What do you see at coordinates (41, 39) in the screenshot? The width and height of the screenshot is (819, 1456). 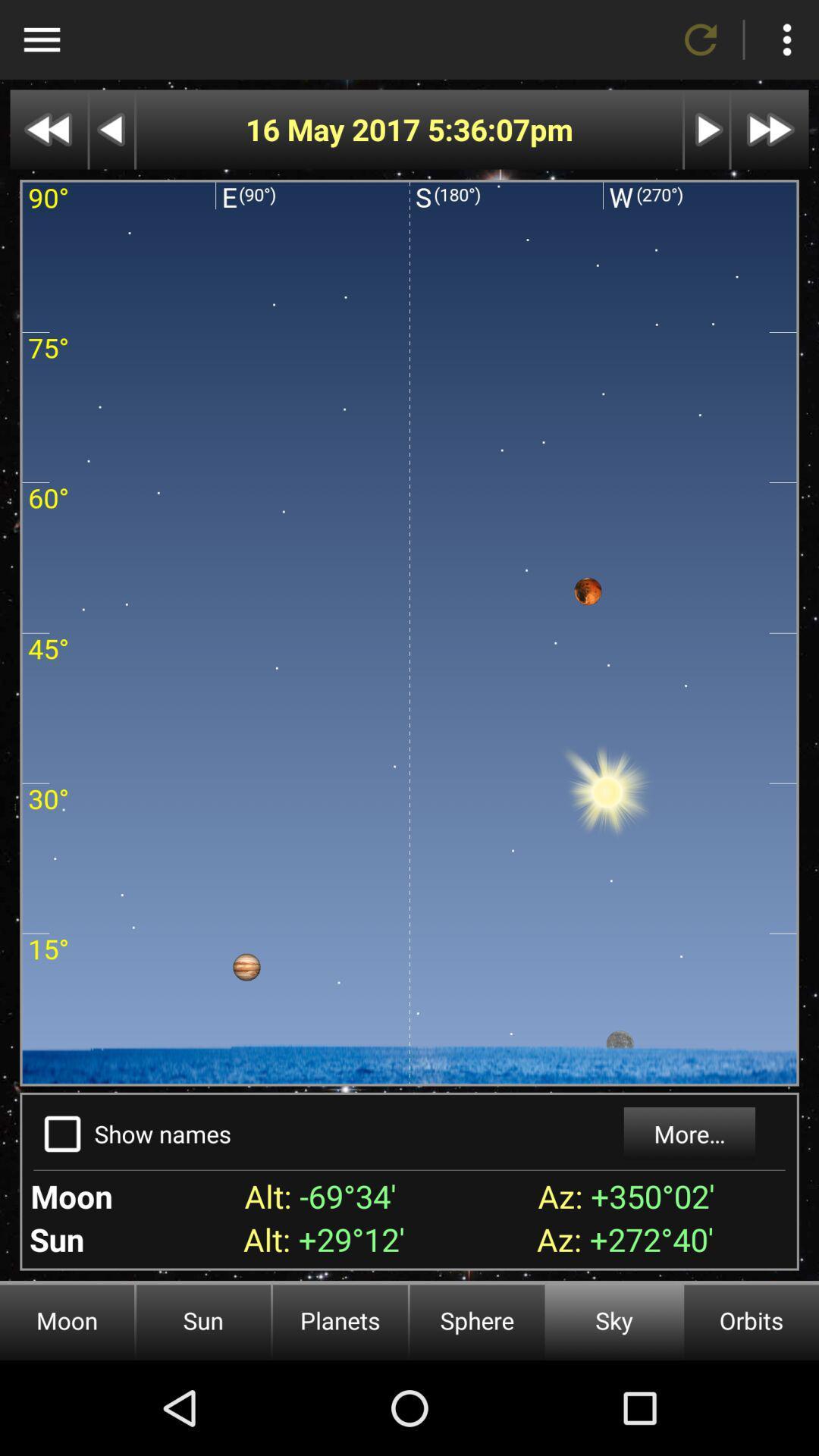 I see `menu bar` at bounding box center [41, 39].